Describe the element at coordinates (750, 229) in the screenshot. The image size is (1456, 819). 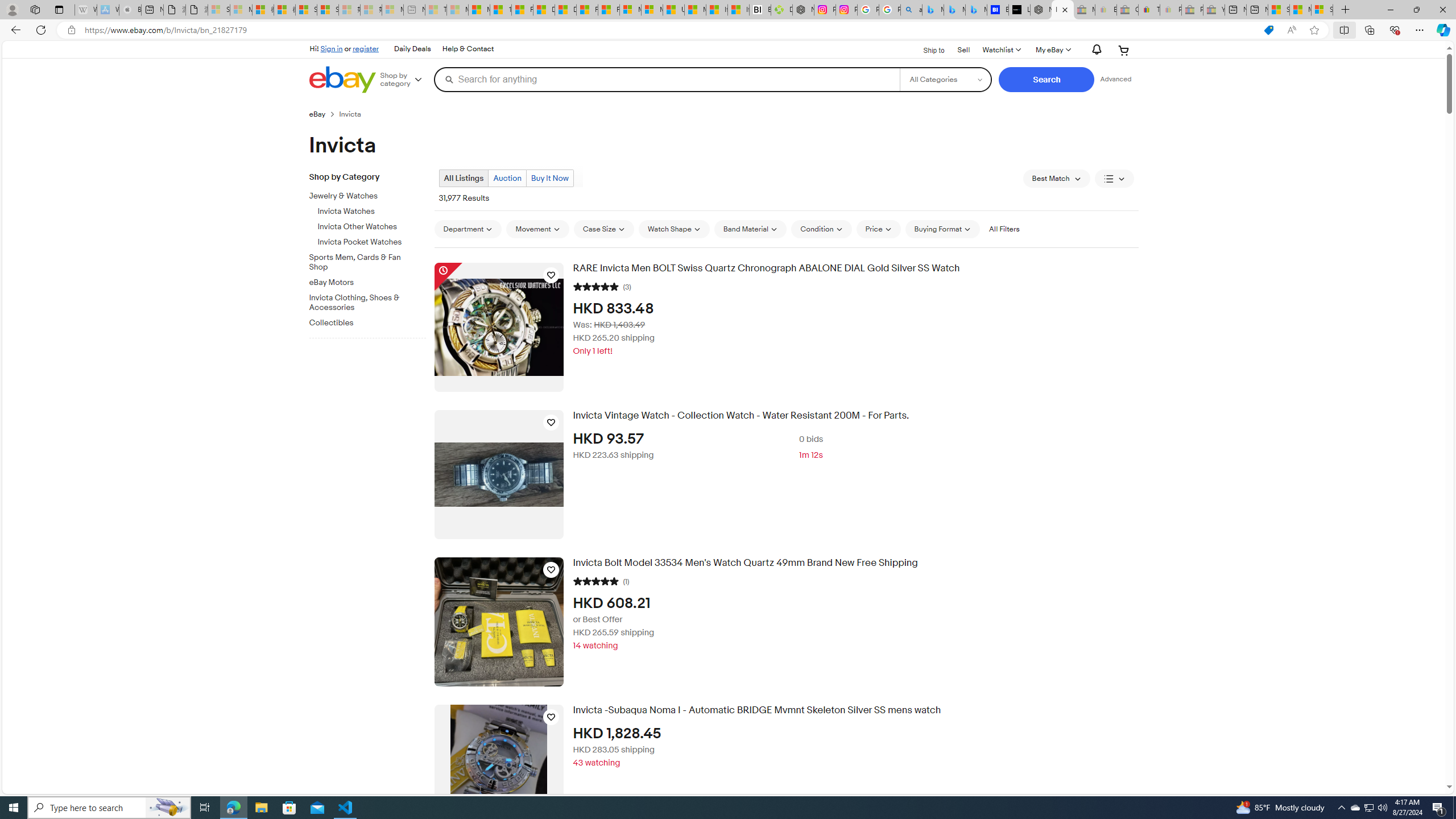
I see `'Band Material'` at that location.